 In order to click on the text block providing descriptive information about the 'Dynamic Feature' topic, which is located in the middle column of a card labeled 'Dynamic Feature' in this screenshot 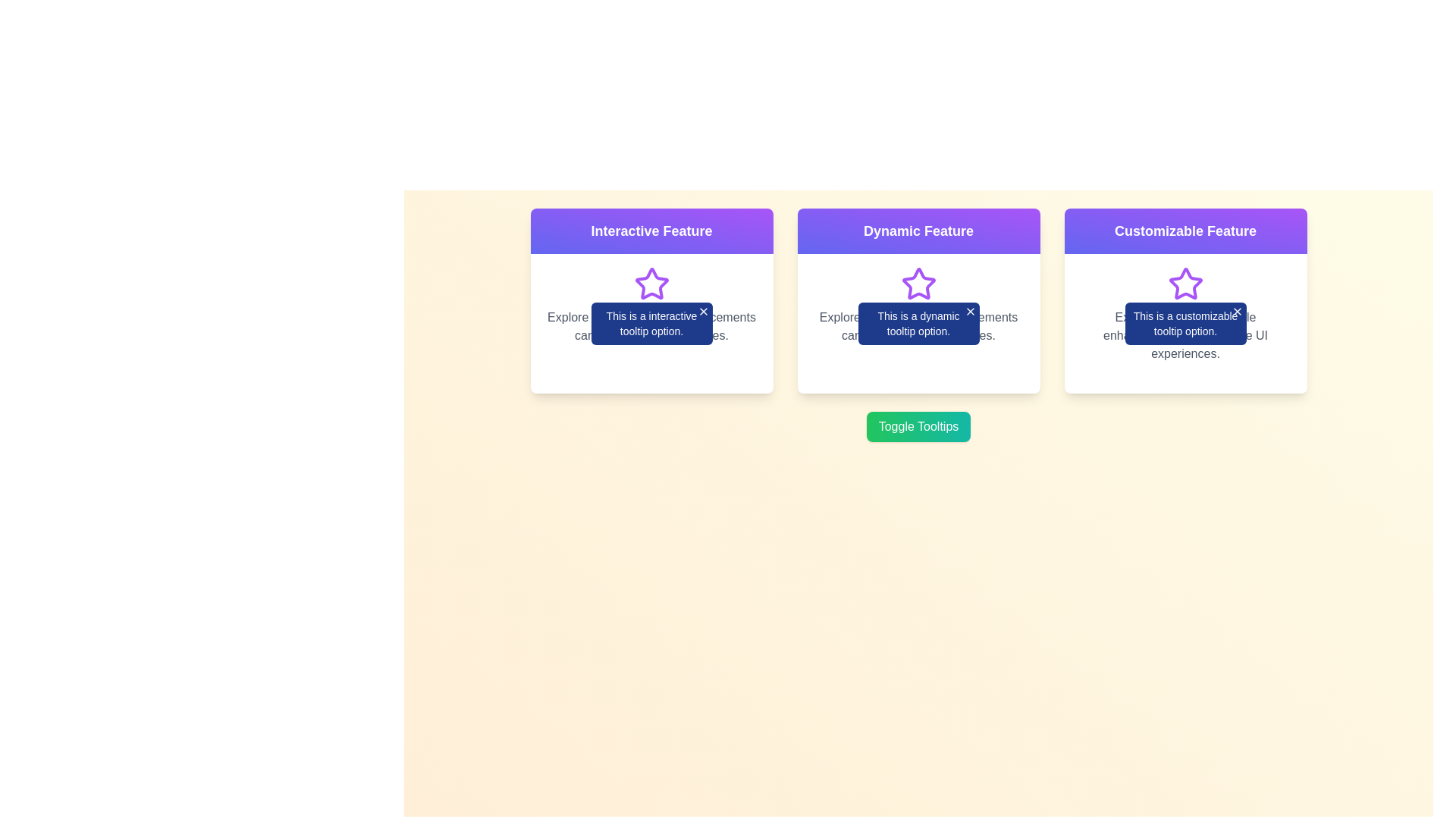, I will do `click(918, 305)`.